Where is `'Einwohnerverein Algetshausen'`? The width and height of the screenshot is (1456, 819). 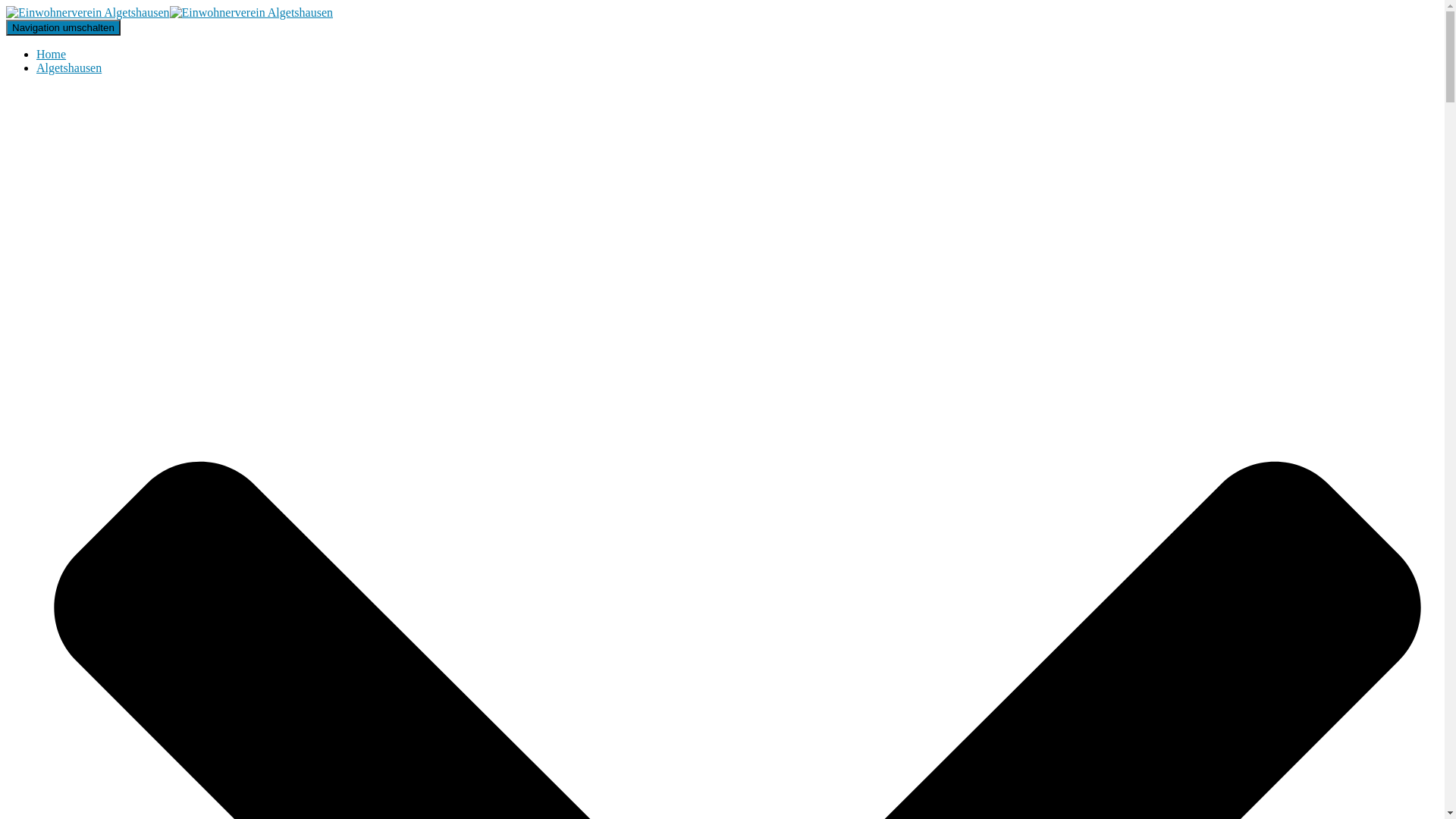
'Einwohnerverein Algetshausen' is located at coordinates (169, 12).